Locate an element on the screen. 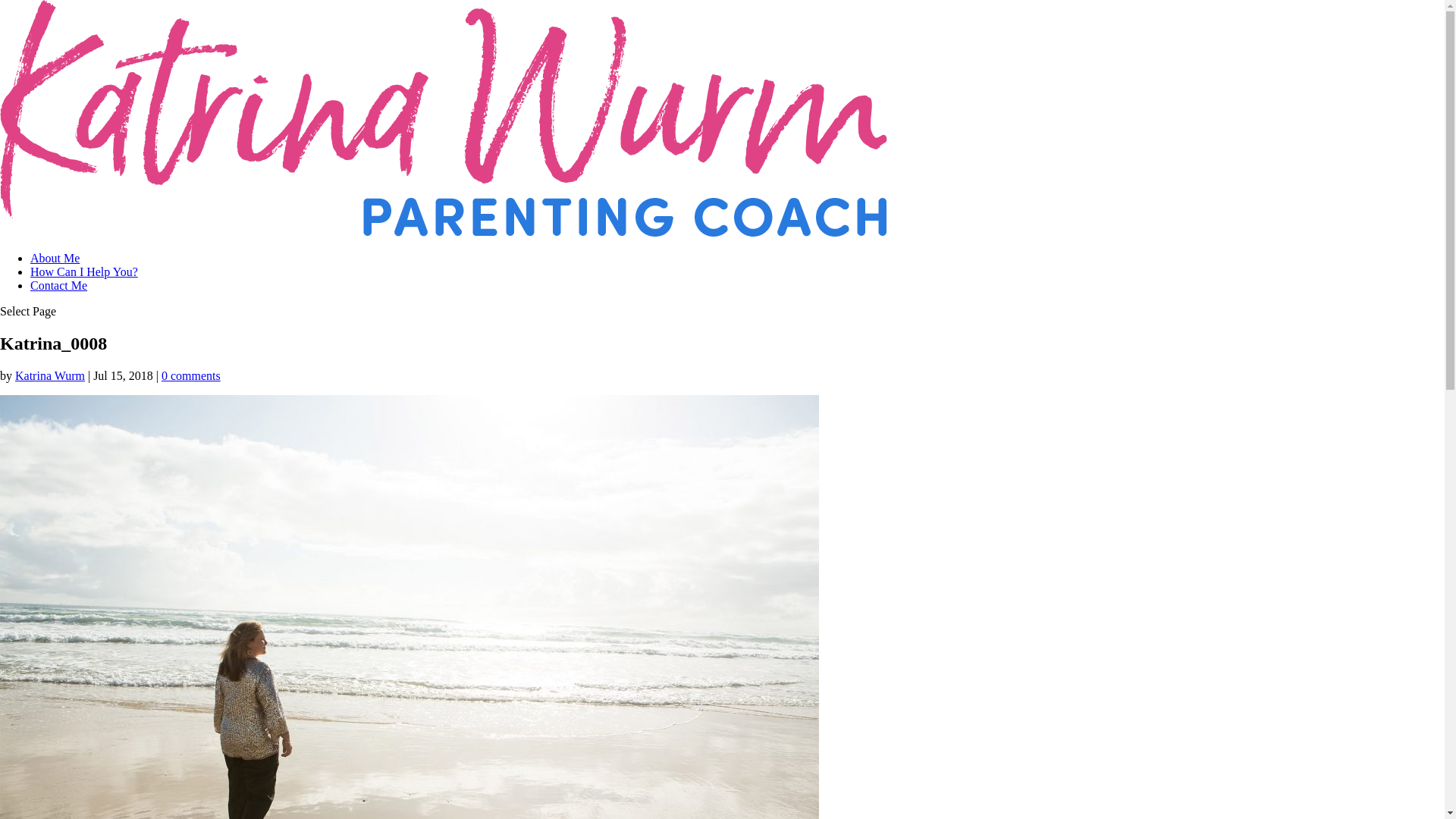  'Katrina Wurm' is located at coordinates (14, 375).